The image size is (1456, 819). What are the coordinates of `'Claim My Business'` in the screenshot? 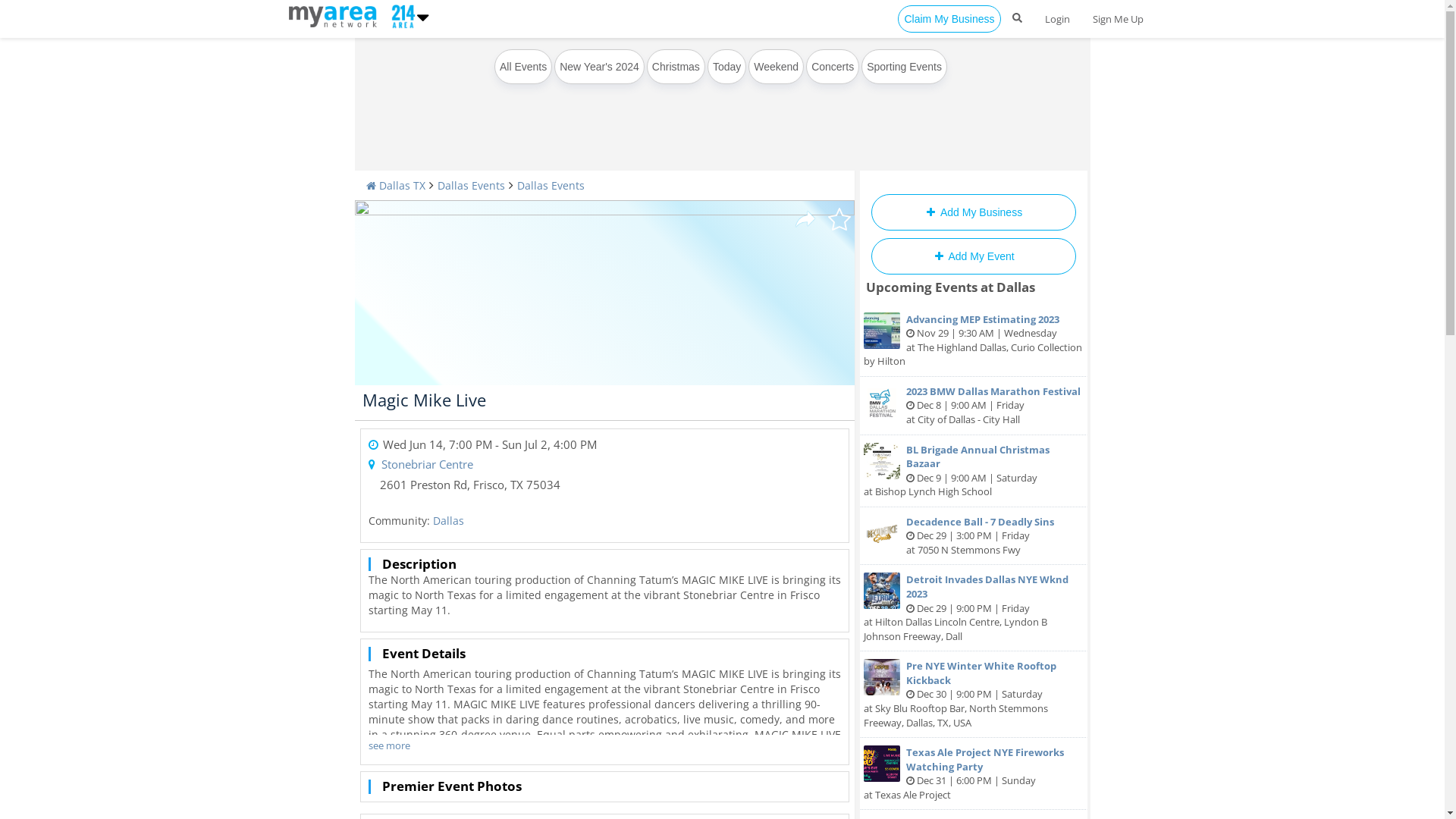 It's located at (948, 18).